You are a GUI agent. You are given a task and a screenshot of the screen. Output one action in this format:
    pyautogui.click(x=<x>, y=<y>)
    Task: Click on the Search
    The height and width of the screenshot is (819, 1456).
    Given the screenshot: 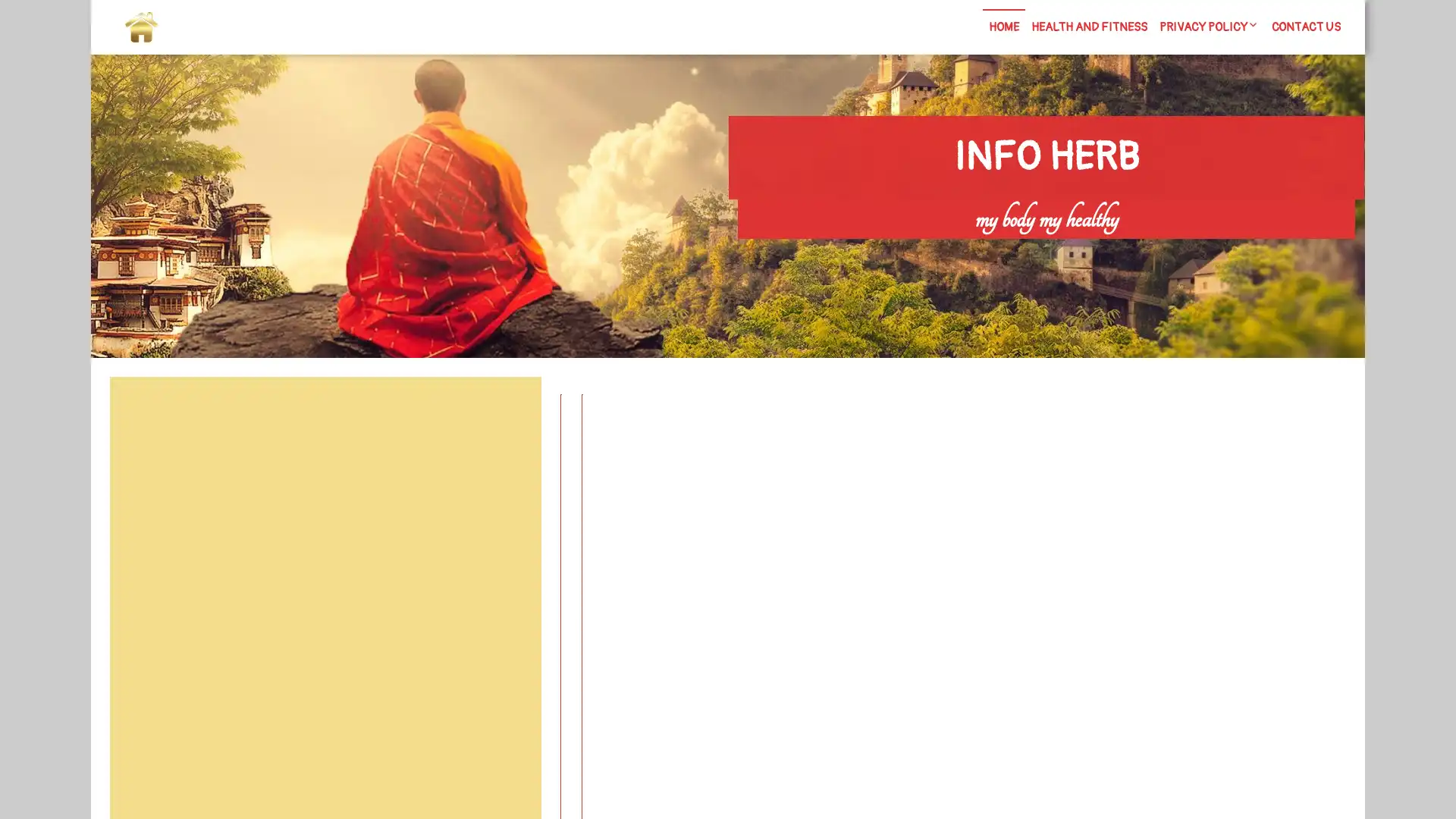 What is the action you would take?
    pyautogui.click(x=506, y=413)
    